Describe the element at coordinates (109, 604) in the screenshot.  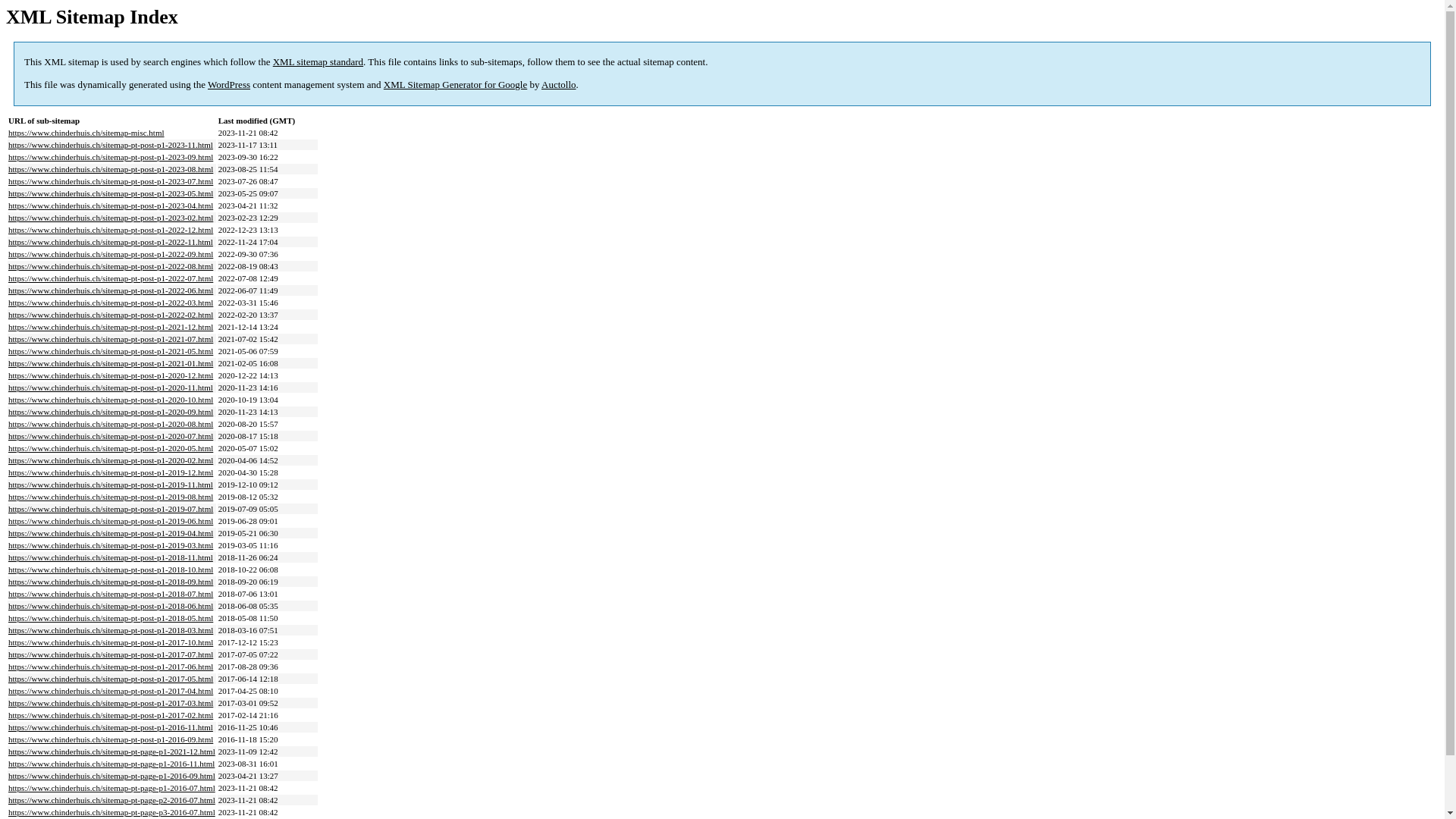
I see `'https://www.chinderhuis.ch/sitemap-pt-post-p1-2018-06.html'` at that location.